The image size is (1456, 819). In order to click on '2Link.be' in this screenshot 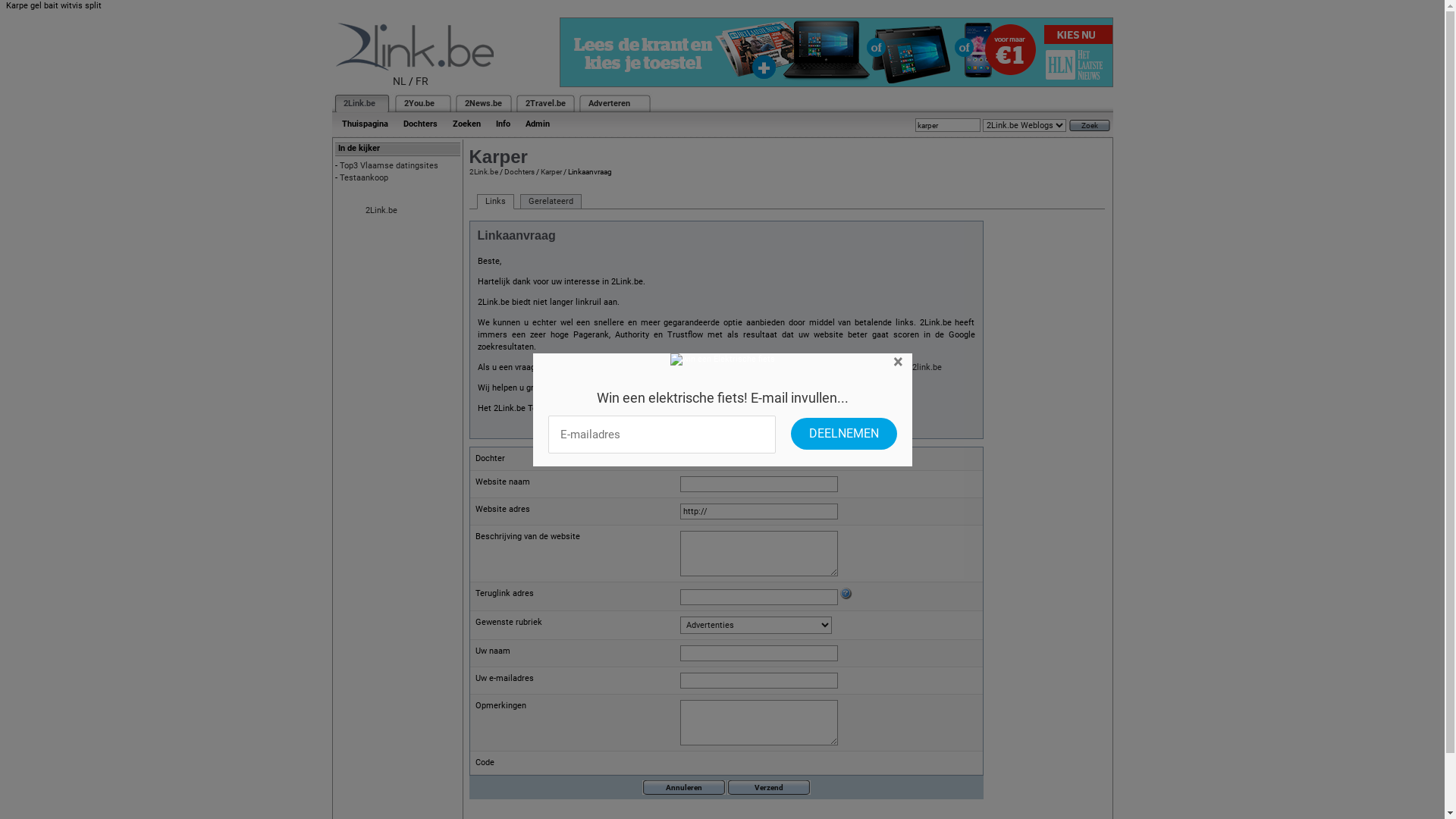, I will do `click(358, 102)`.